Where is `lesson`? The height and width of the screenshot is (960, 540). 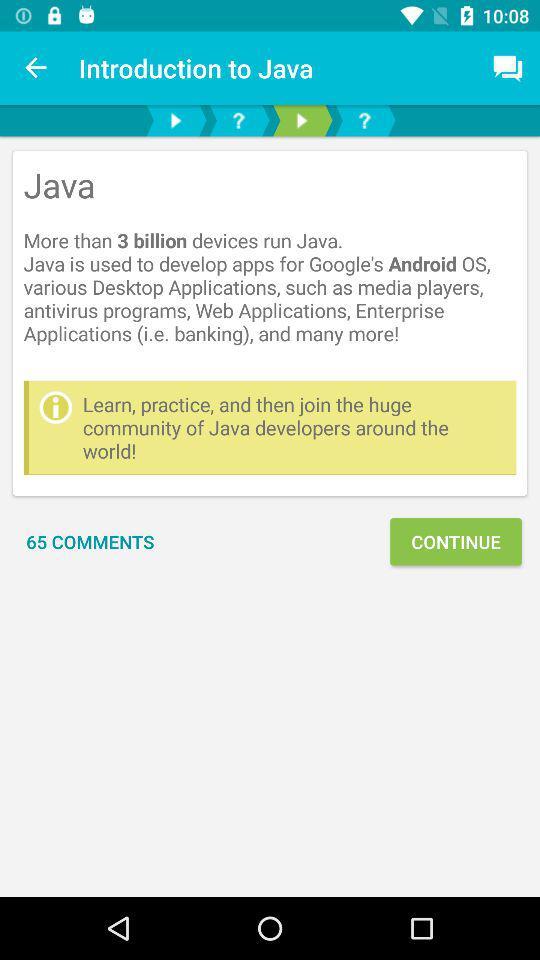
lesson is located at coordinates (175, 120).